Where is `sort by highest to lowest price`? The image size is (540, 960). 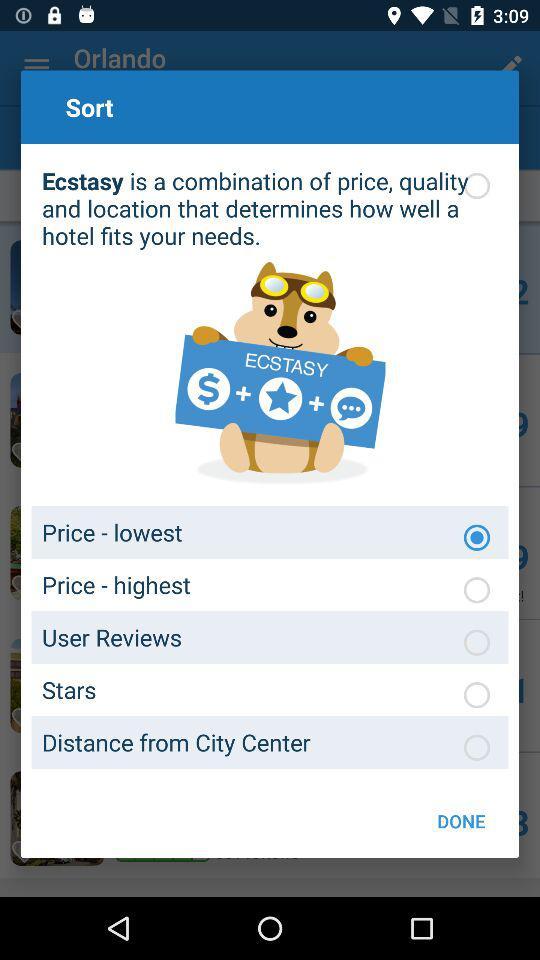
sort by highest to lowest price is located at coordinates (475, 590).